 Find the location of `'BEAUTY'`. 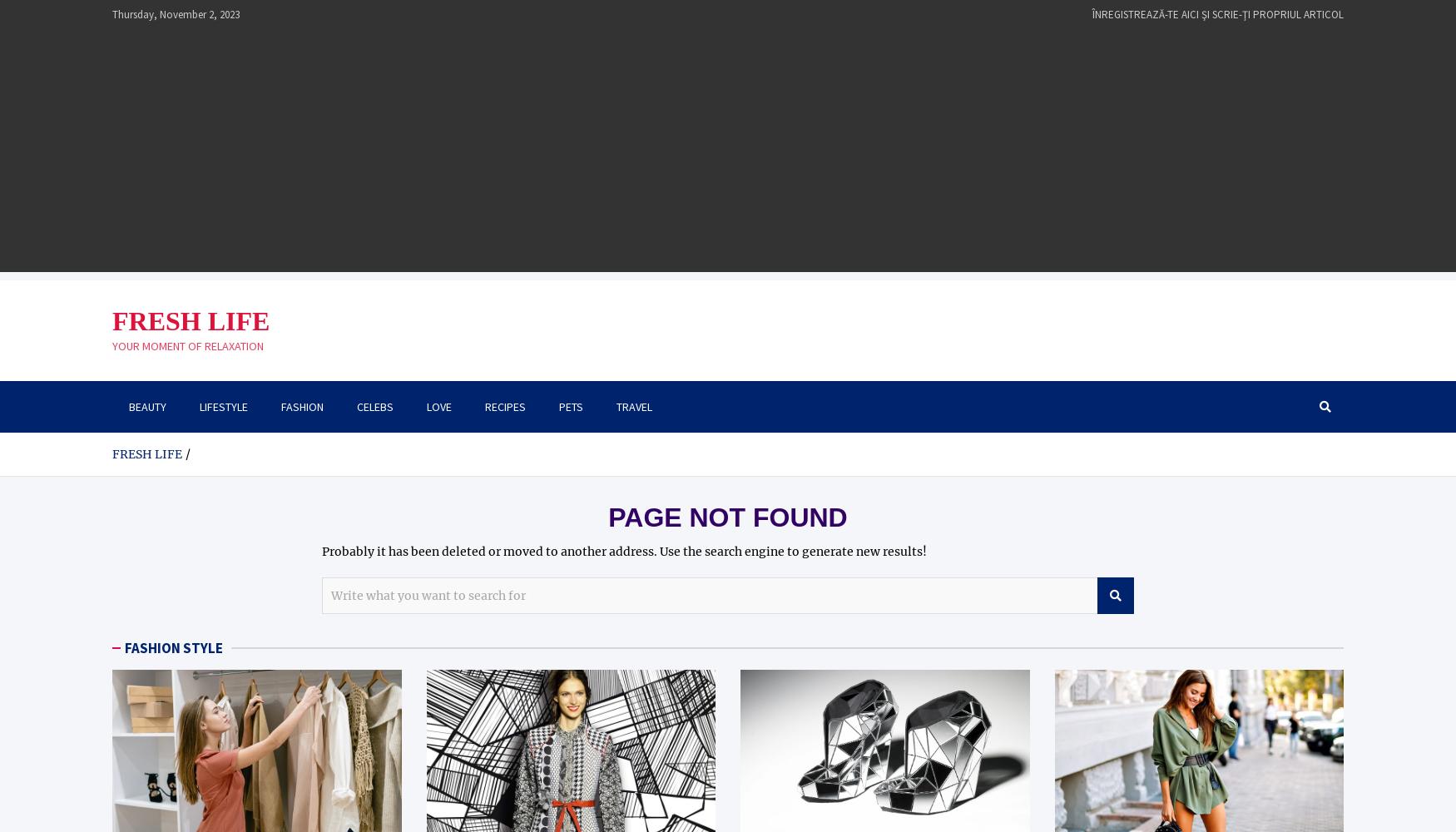

'BEAUTY' is located at coordinates (146, 405).